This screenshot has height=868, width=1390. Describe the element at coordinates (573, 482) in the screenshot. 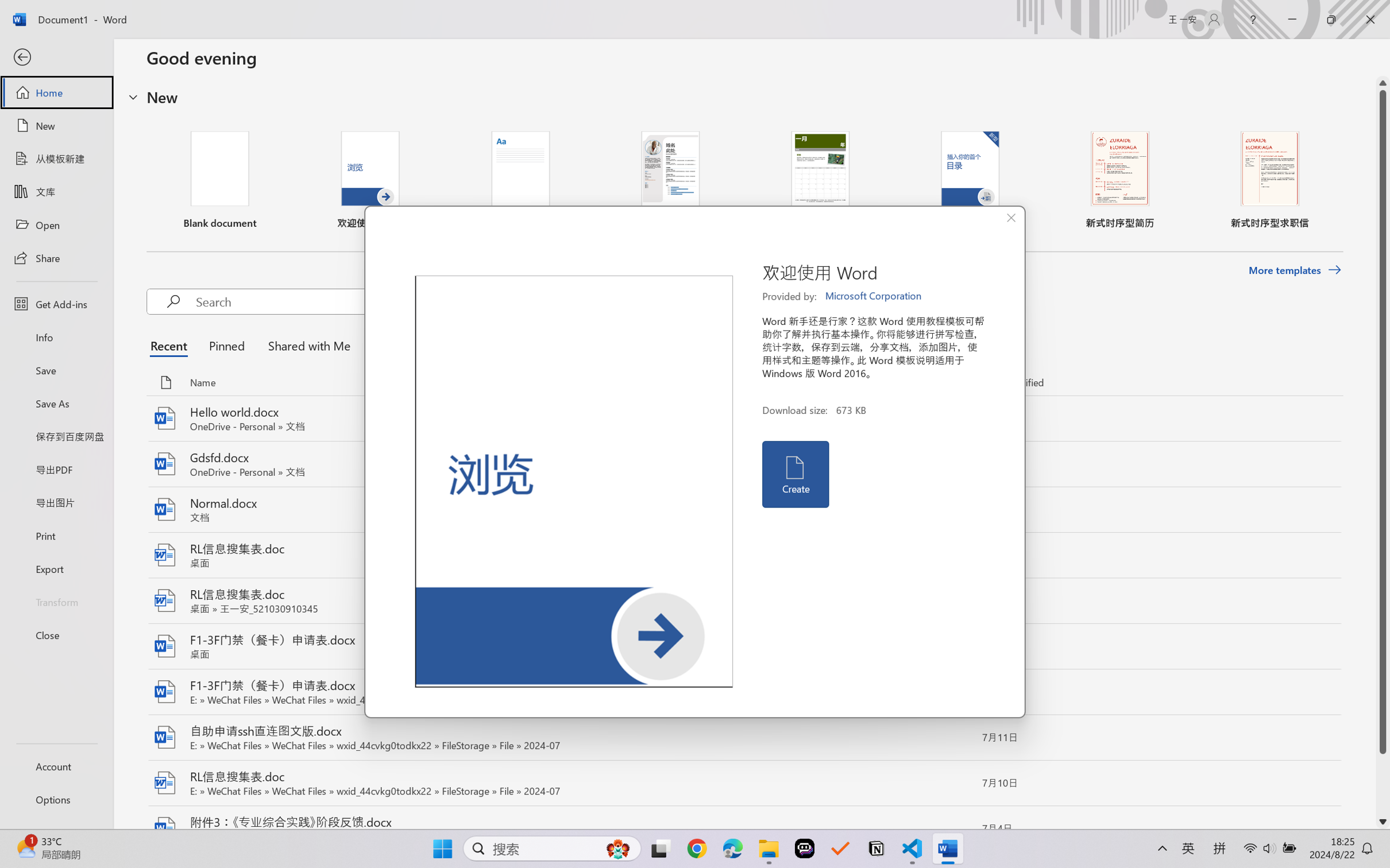

I see `'Preview'` at that location.